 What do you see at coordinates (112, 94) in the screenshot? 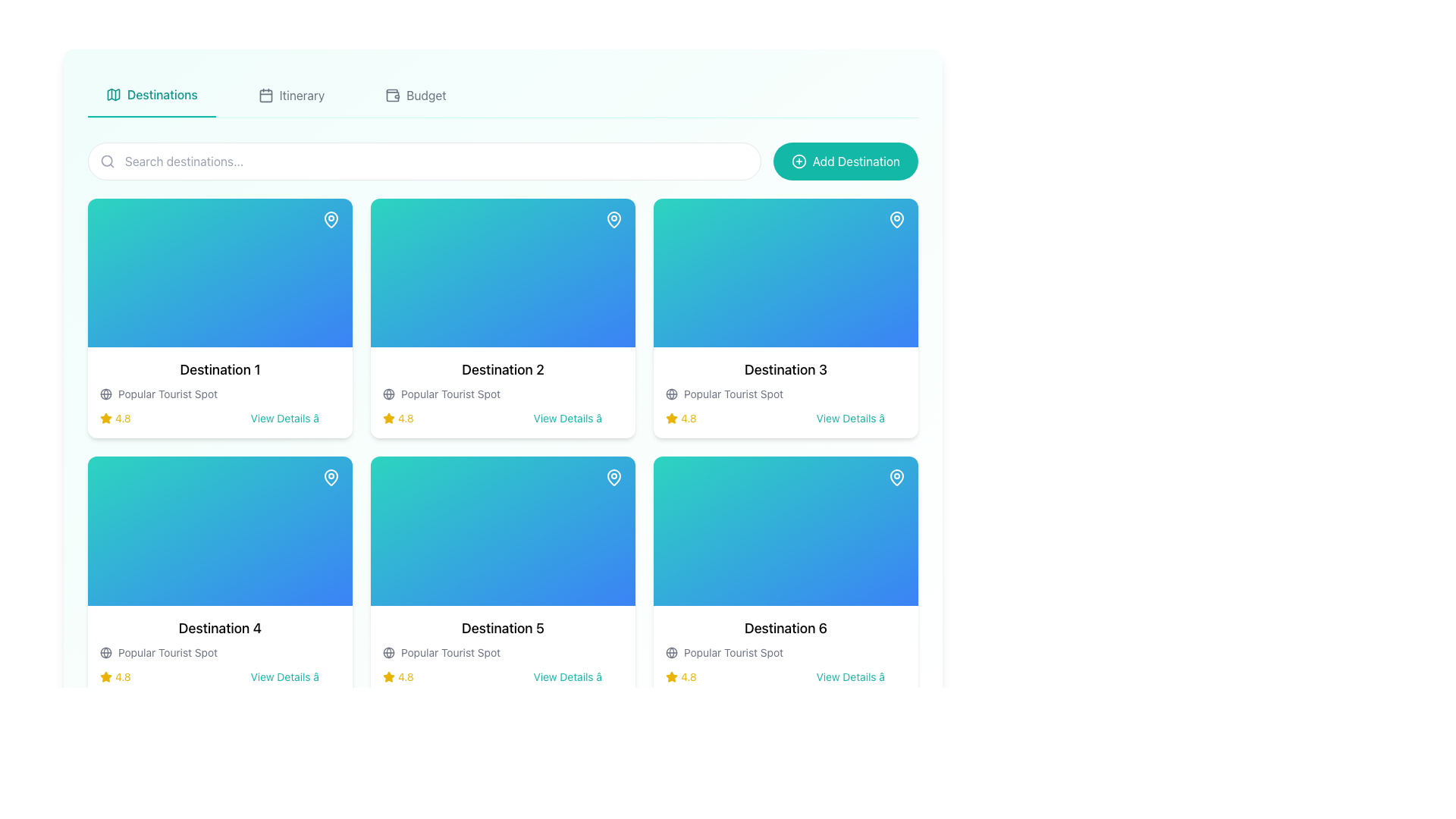
I see `the decorative icon representing the 'Destinations' section located at the top-left corner of the interface, adjacent to the 'Destinations' text label` at bounding box center [112, 94].